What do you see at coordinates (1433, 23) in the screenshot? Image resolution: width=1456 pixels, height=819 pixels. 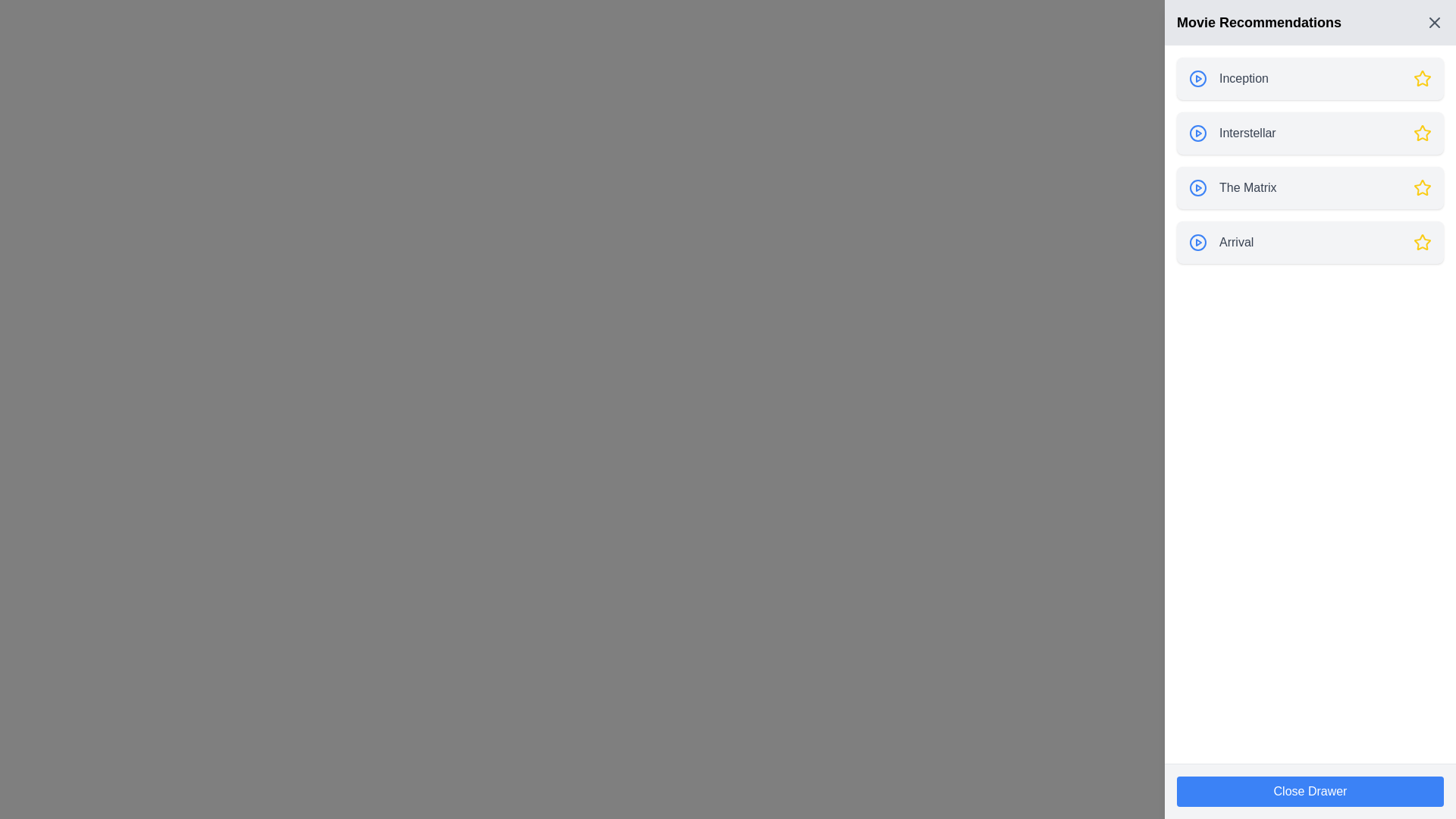 I see `the icon button in the top-right corner of the 'Movie Recommendations' panel` at bounding box center [1433, 23].